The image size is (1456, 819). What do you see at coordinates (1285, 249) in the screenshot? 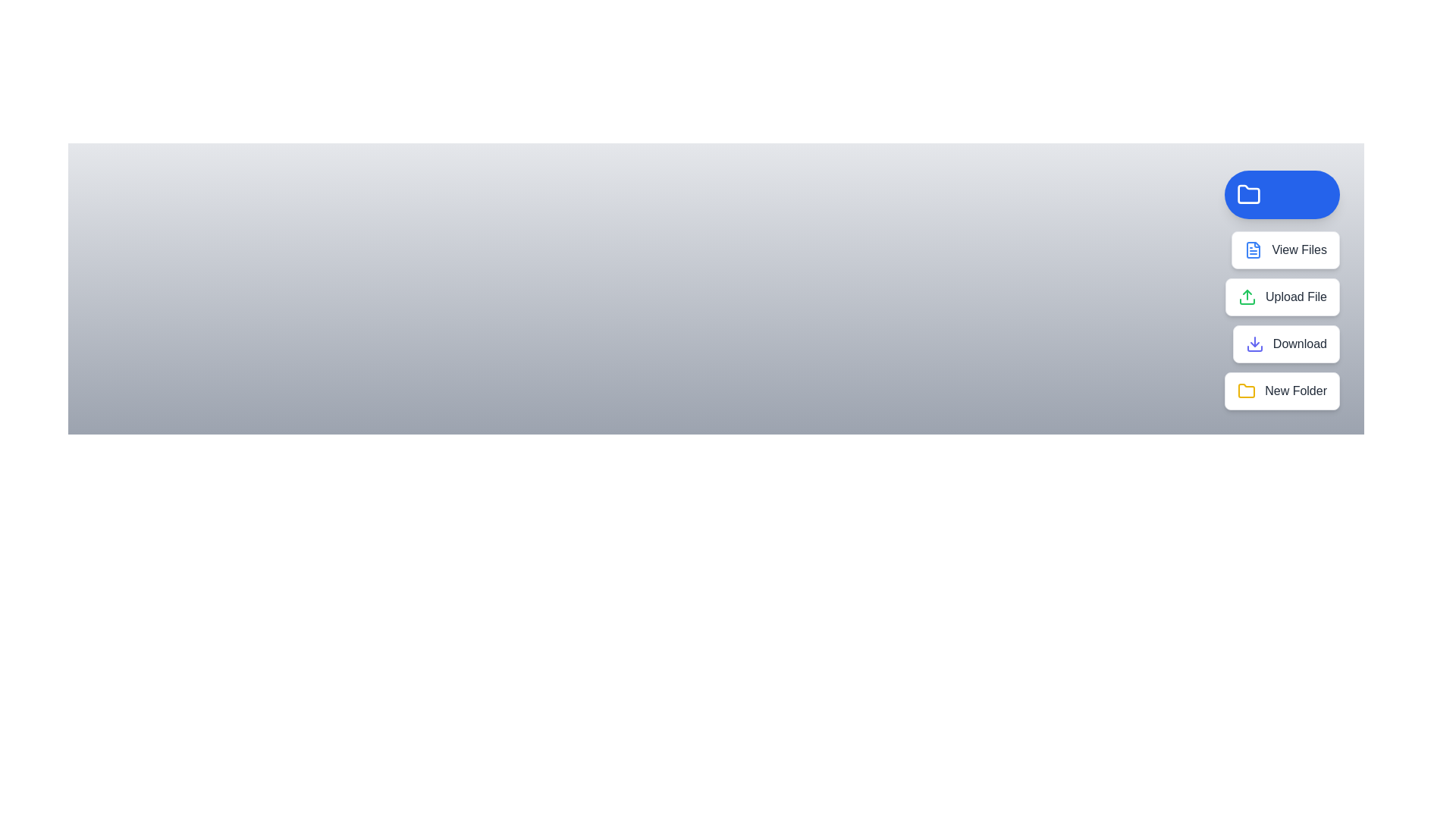
I see `the 'View Files' button to view the existing files` at bounding box center [1285, 249].